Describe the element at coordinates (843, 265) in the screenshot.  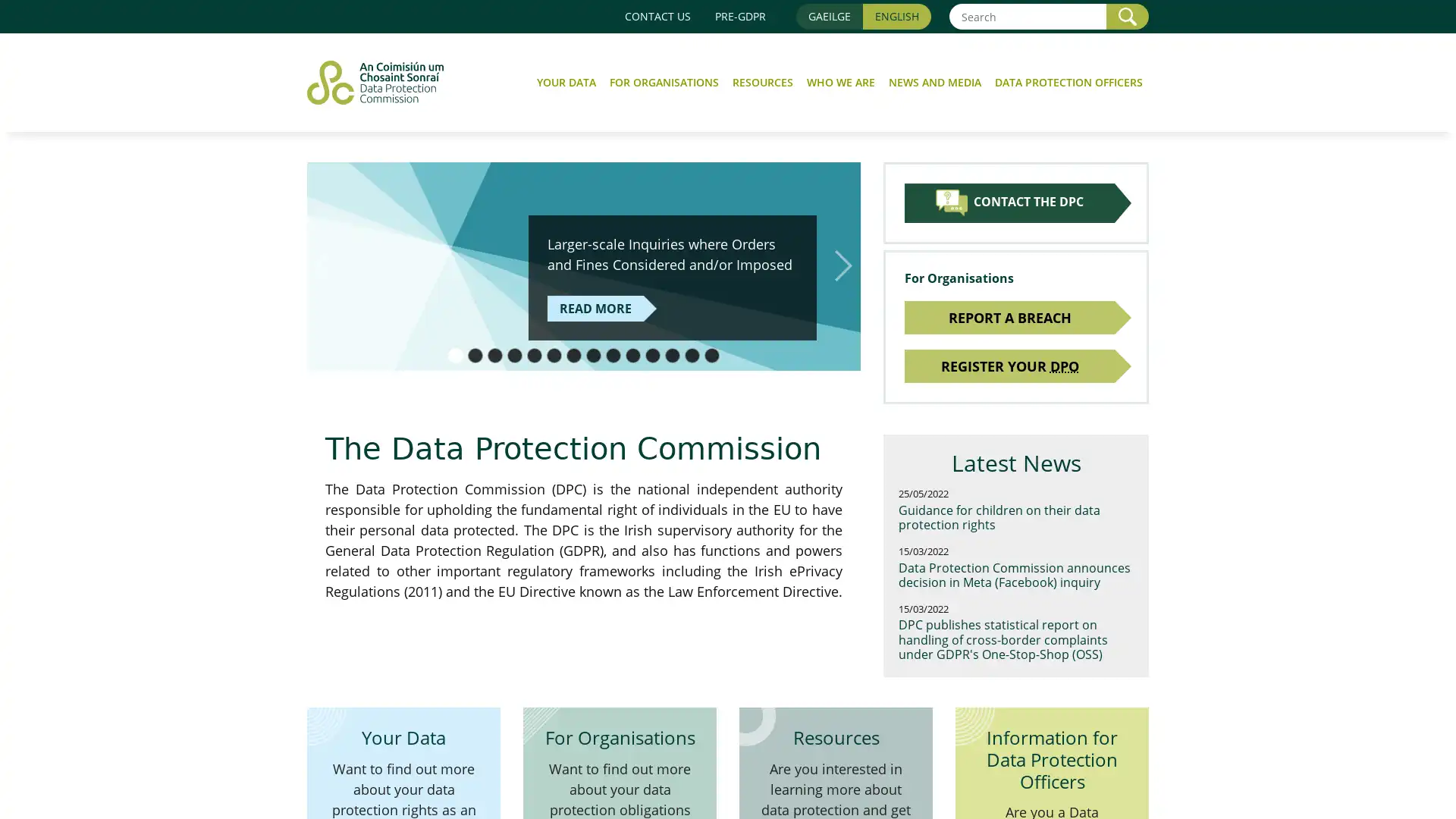
I see `Next` at that location.